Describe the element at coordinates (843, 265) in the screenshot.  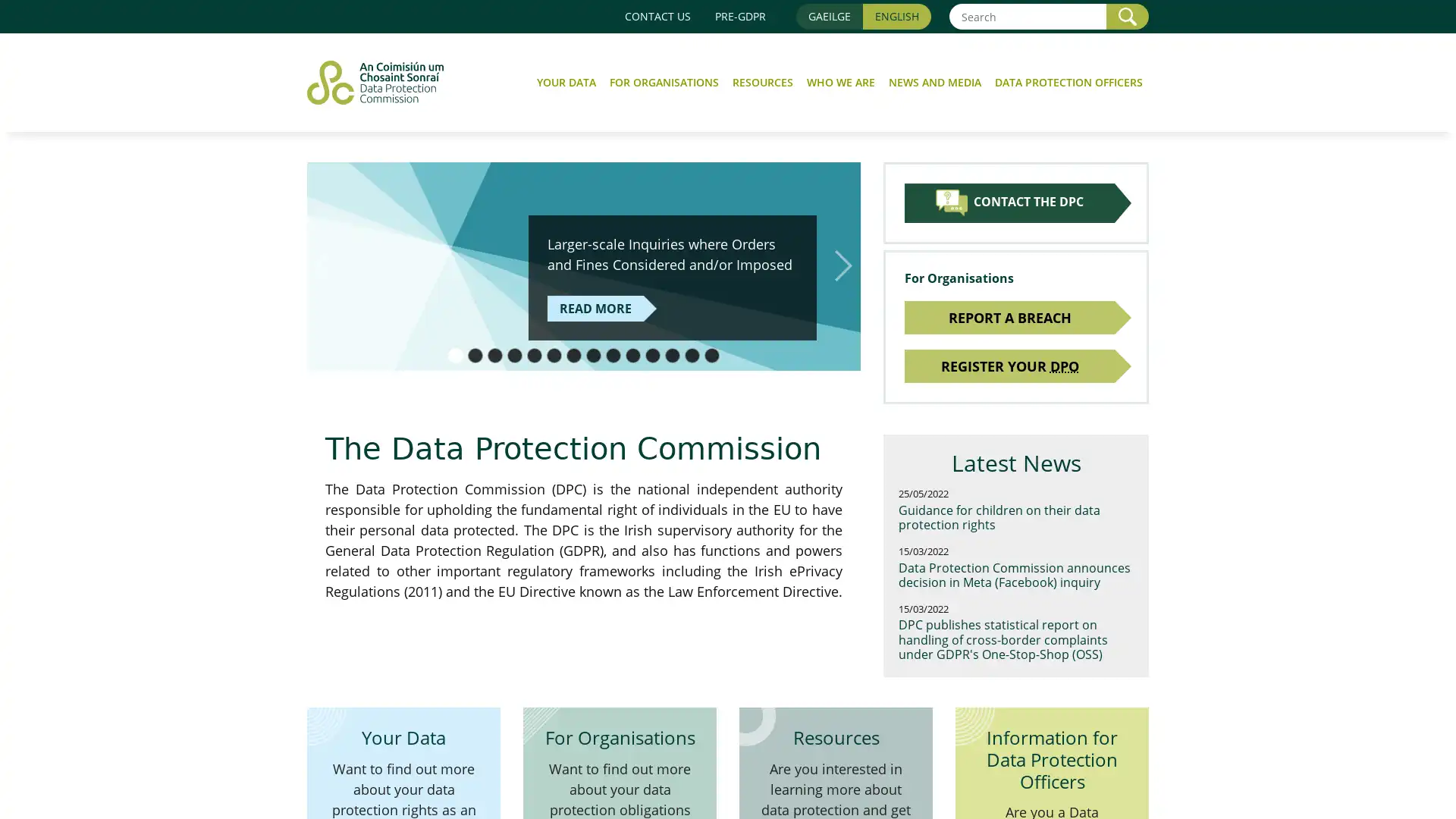
I see `Next` at that location.